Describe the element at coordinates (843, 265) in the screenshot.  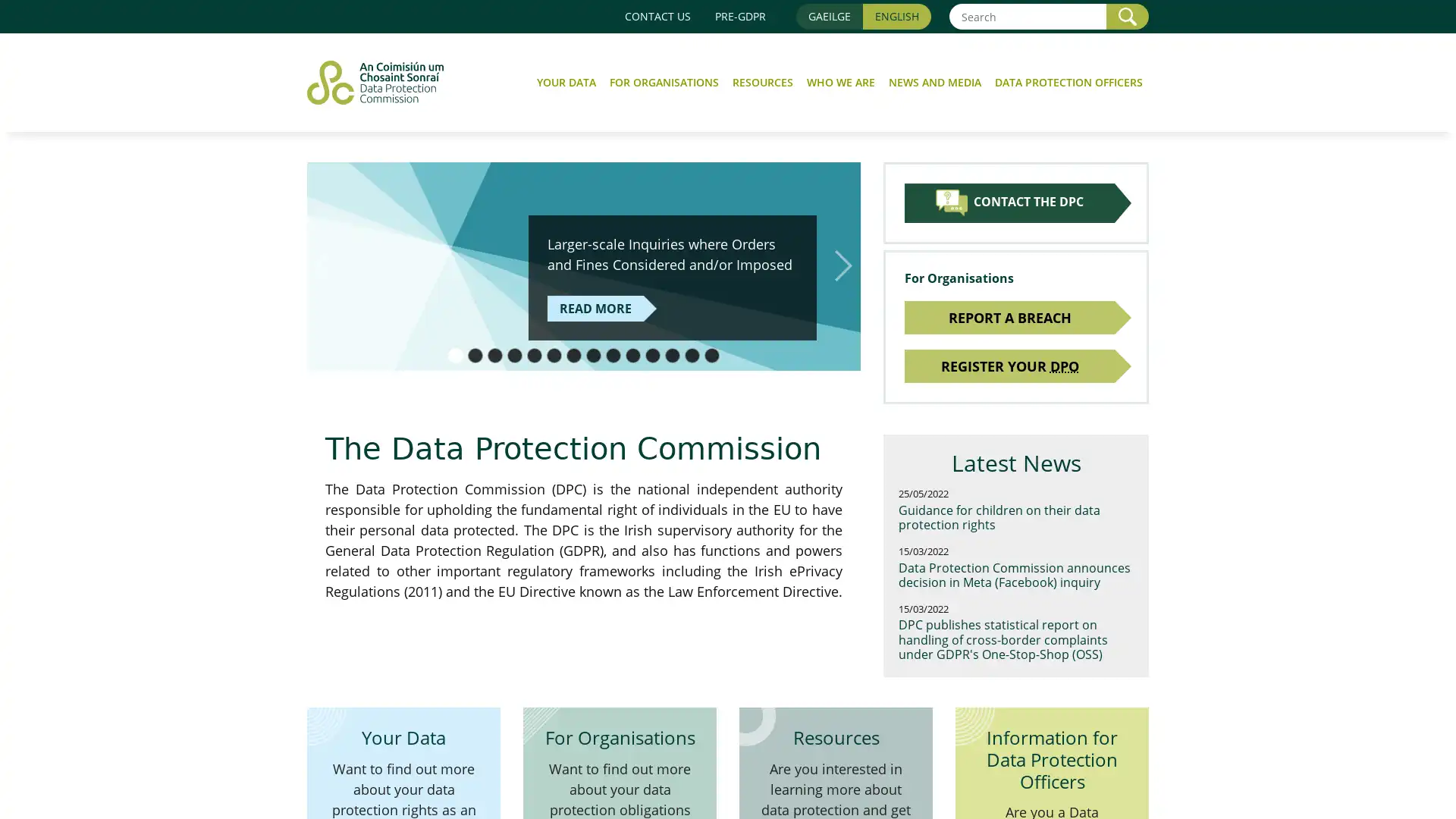
I see `Next` at that location.